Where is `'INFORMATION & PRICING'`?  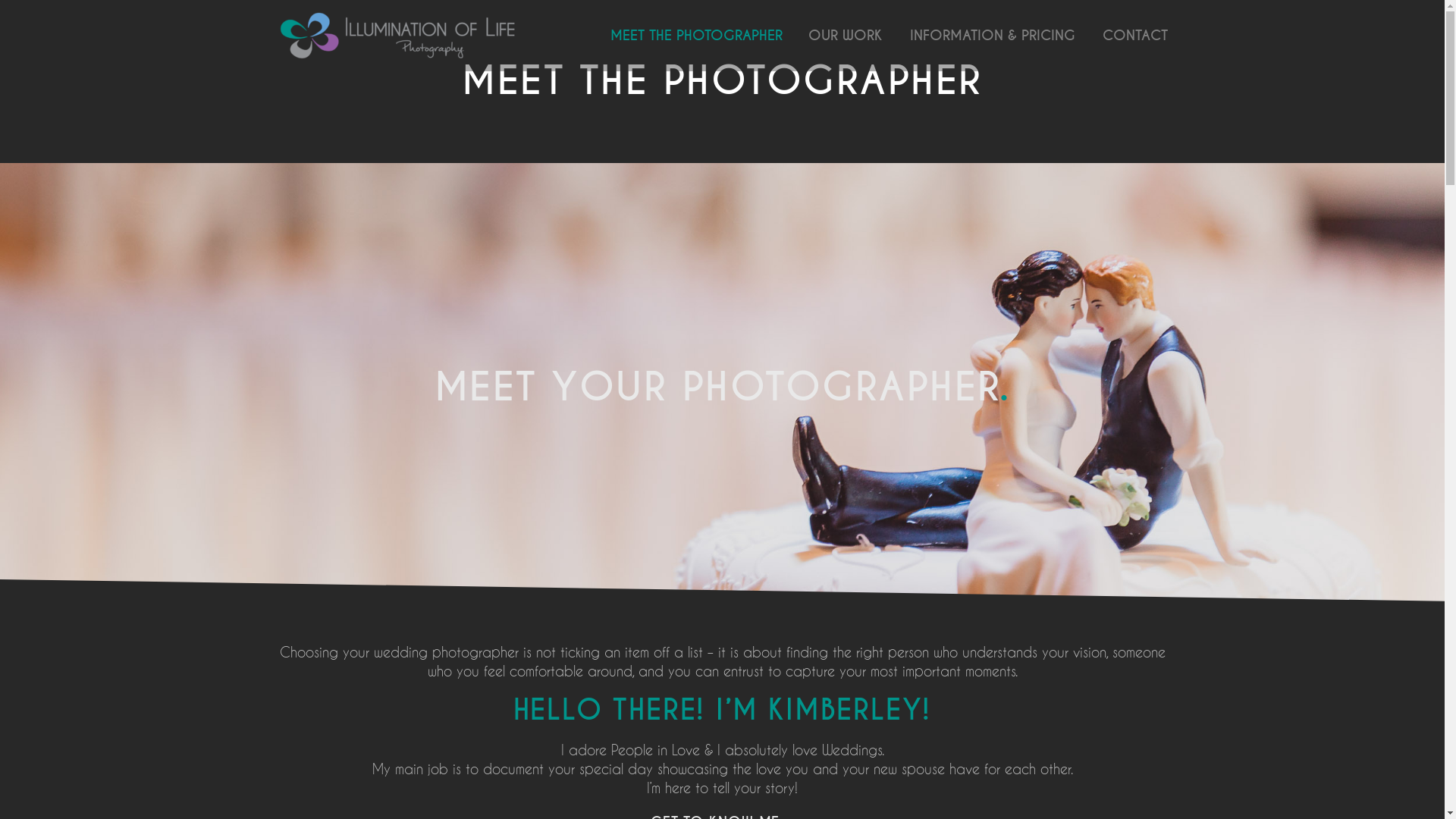
'INFORMATION & PRICING' is located at coordinates (992, 34).